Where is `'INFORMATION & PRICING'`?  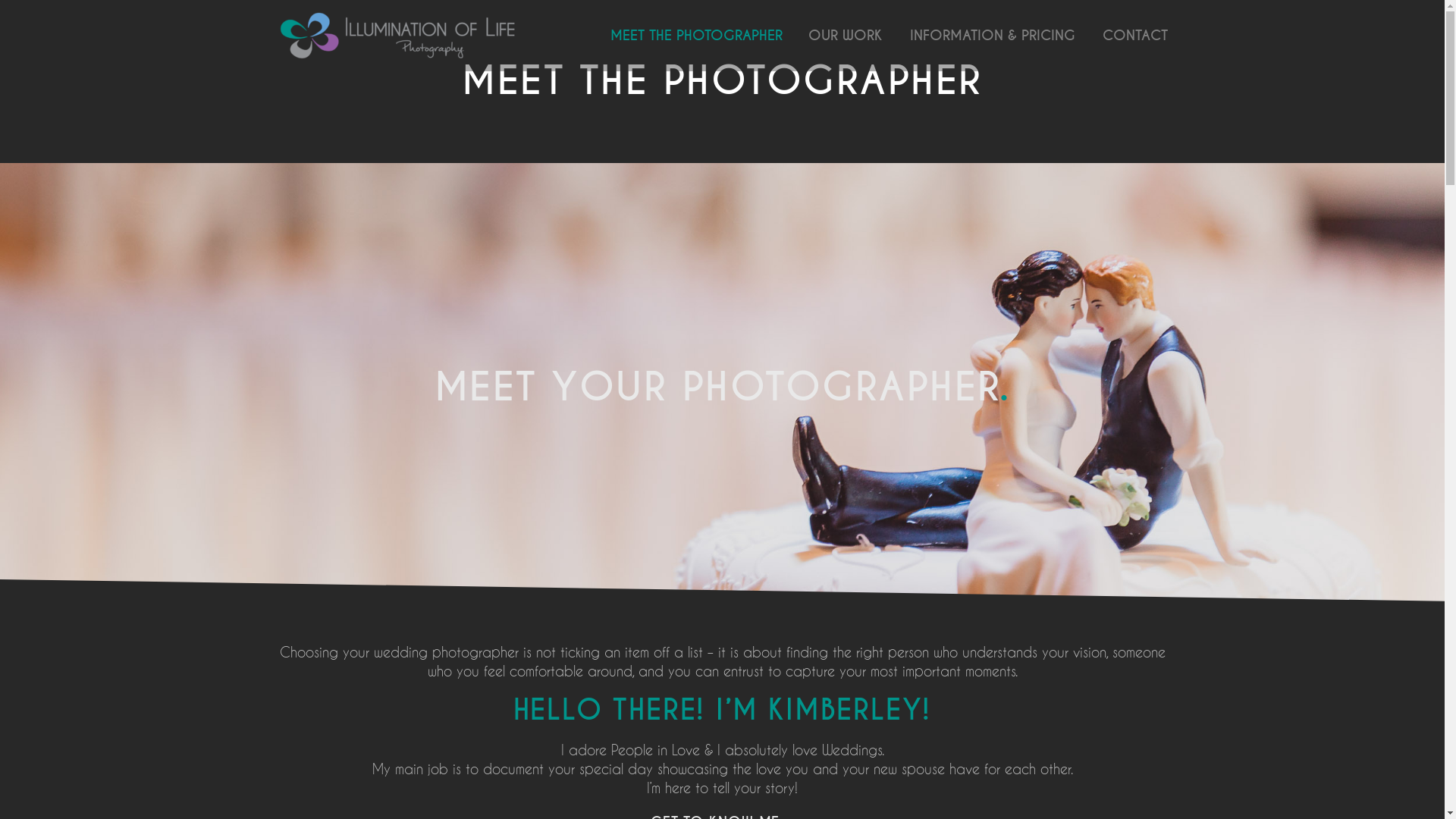
'INFORMATION & PRICING' is located at coordinates (992, 34).